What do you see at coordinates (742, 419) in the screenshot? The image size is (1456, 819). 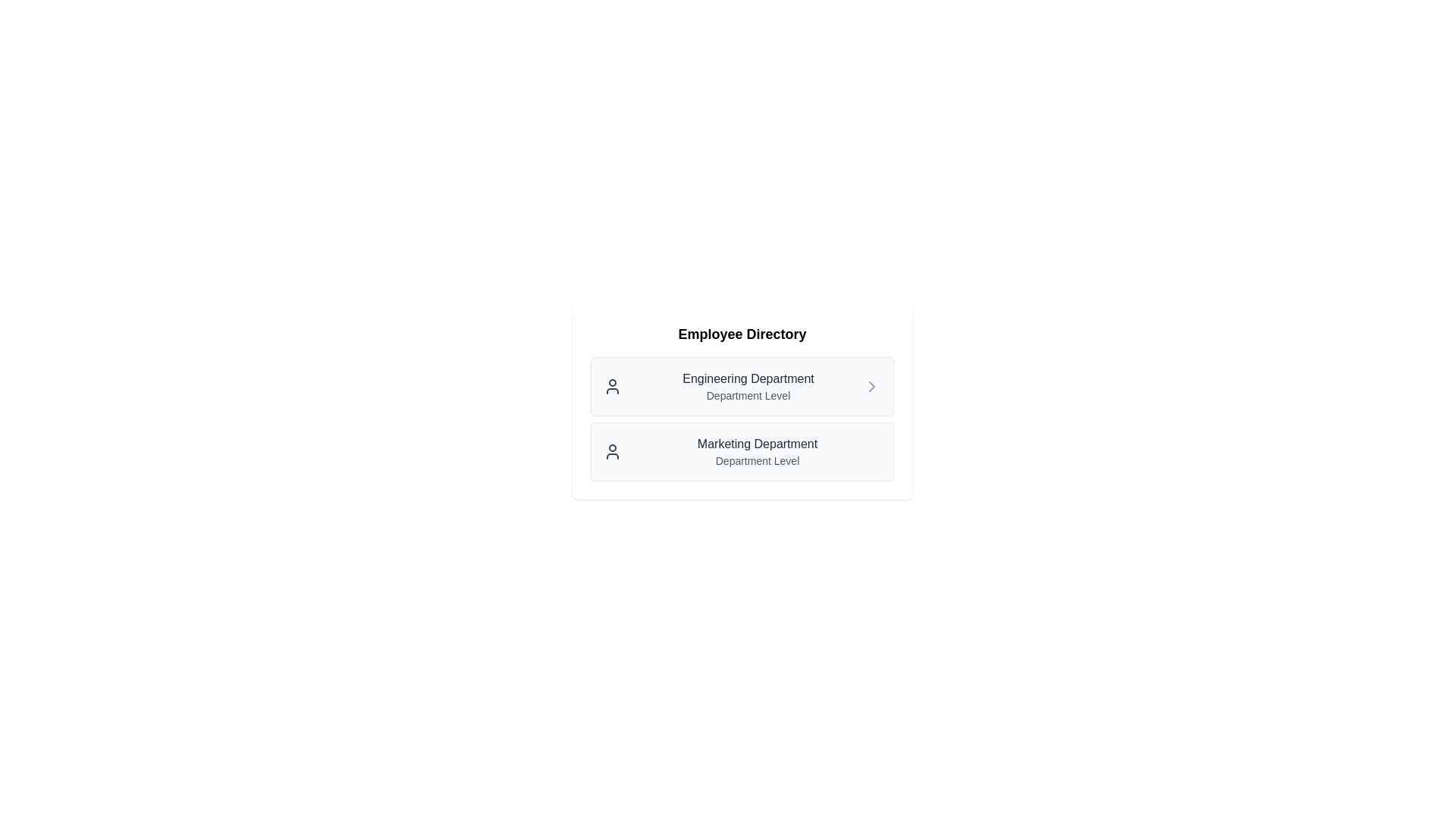 I see `the second department card in the 'Employee Directory'` at bounding box center [742, 419].